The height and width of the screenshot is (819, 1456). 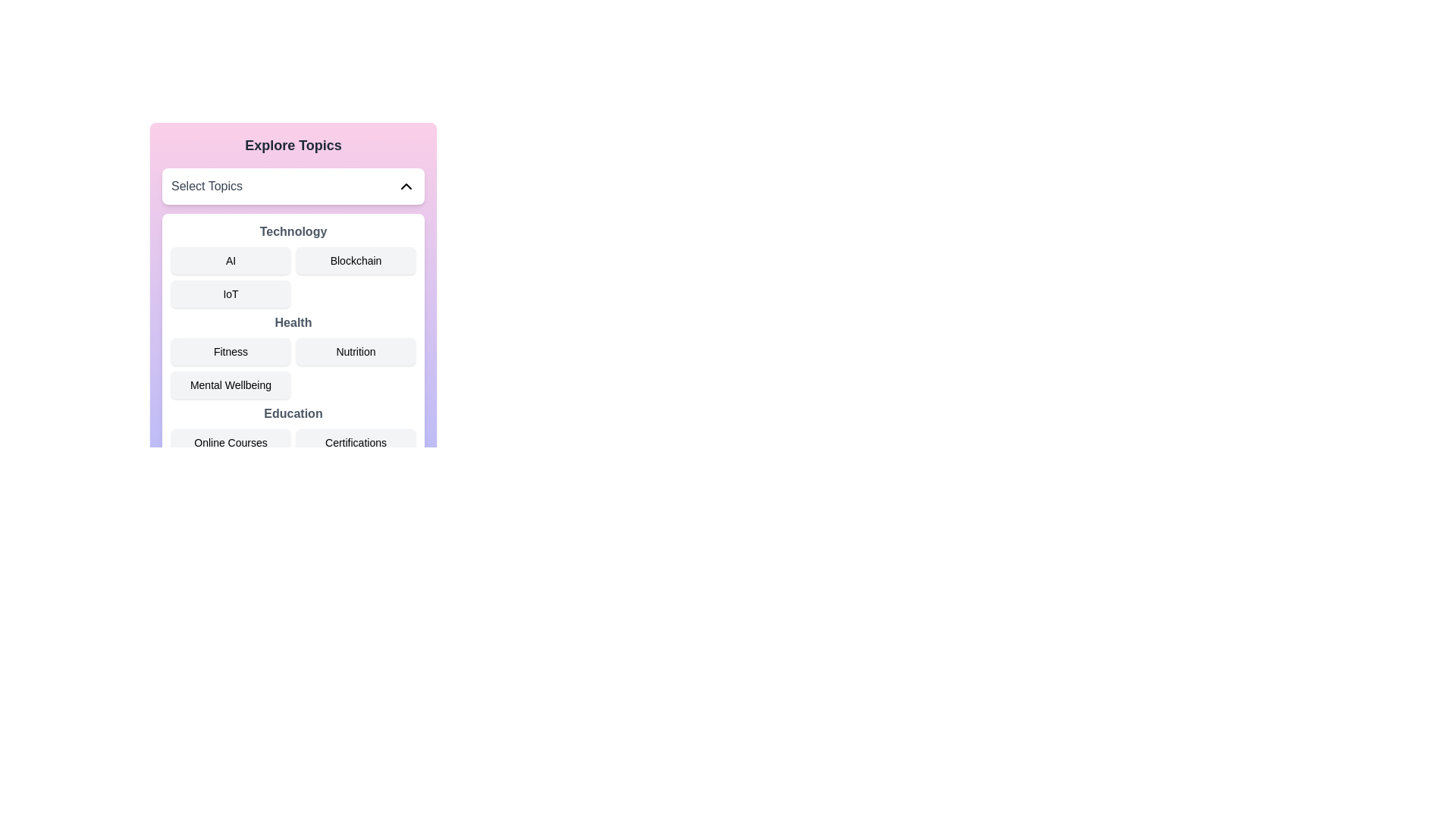 What do you see at coordinates (355, 351) in the screenshot?
I see `the 'Nutrition' button, which is the second item in the grid layout within the 'Health' section` at bounding box center [355, 351].